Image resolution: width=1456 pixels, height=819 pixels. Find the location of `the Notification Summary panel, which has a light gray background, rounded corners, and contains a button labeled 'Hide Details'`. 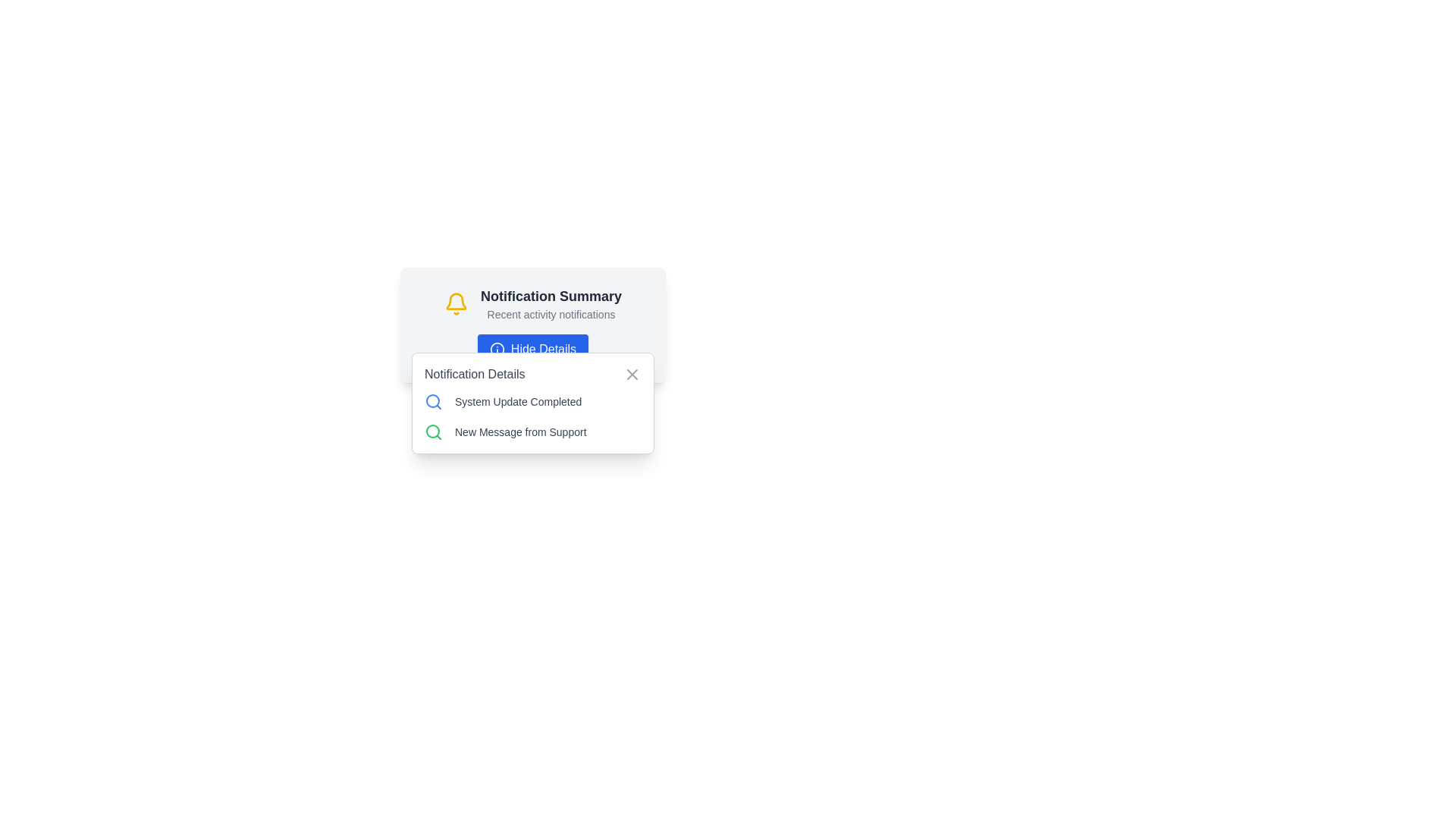

the Notification Summary panel, which has a light gray background, rounded corners, and contains a button labeled 'Hide Details' is located at coordinates (532, 324).